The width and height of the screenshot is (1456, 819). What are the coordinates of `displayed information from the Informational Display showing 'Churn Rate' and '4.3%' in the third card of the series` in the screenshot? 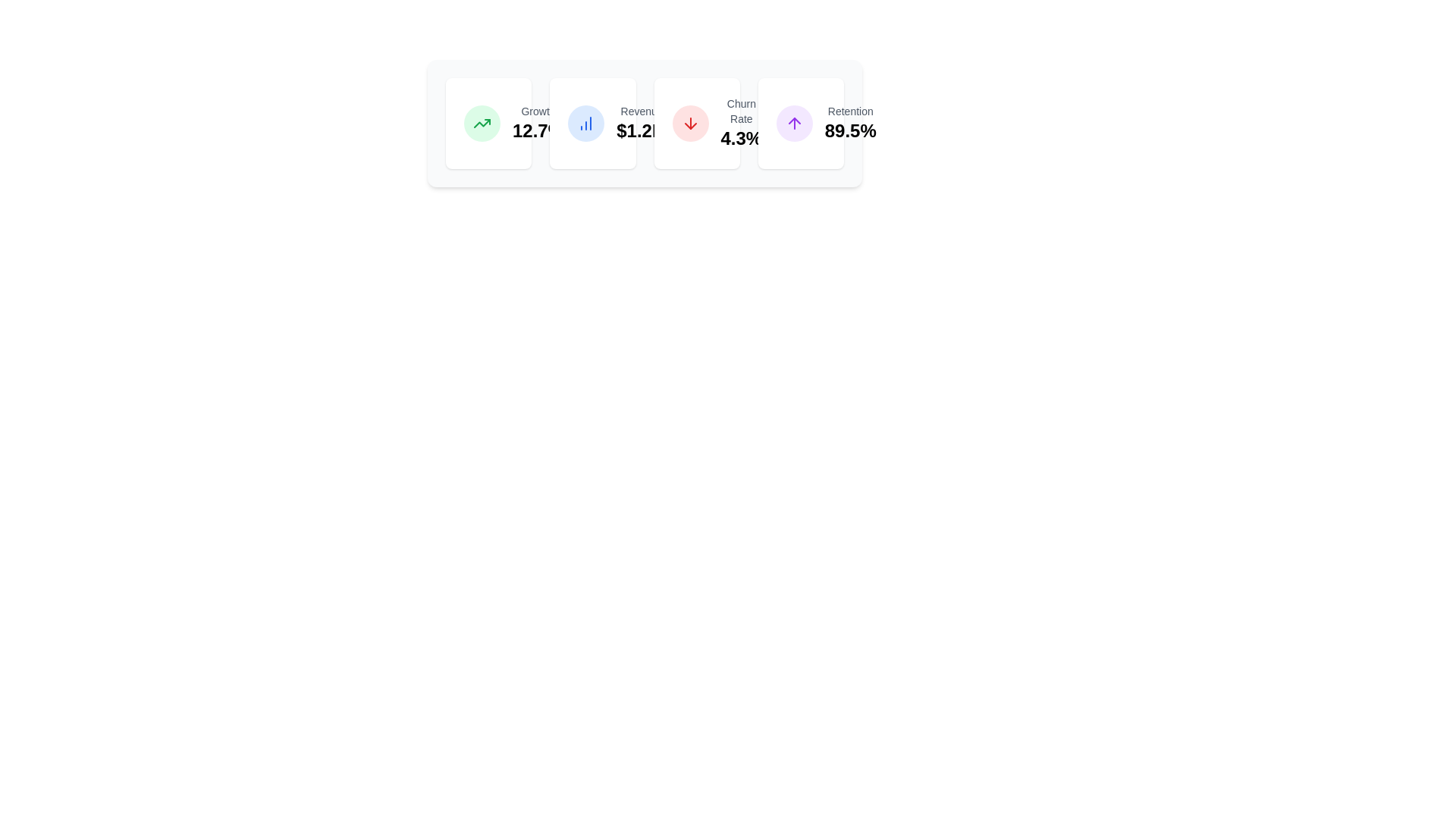 It's located at (741, 122).